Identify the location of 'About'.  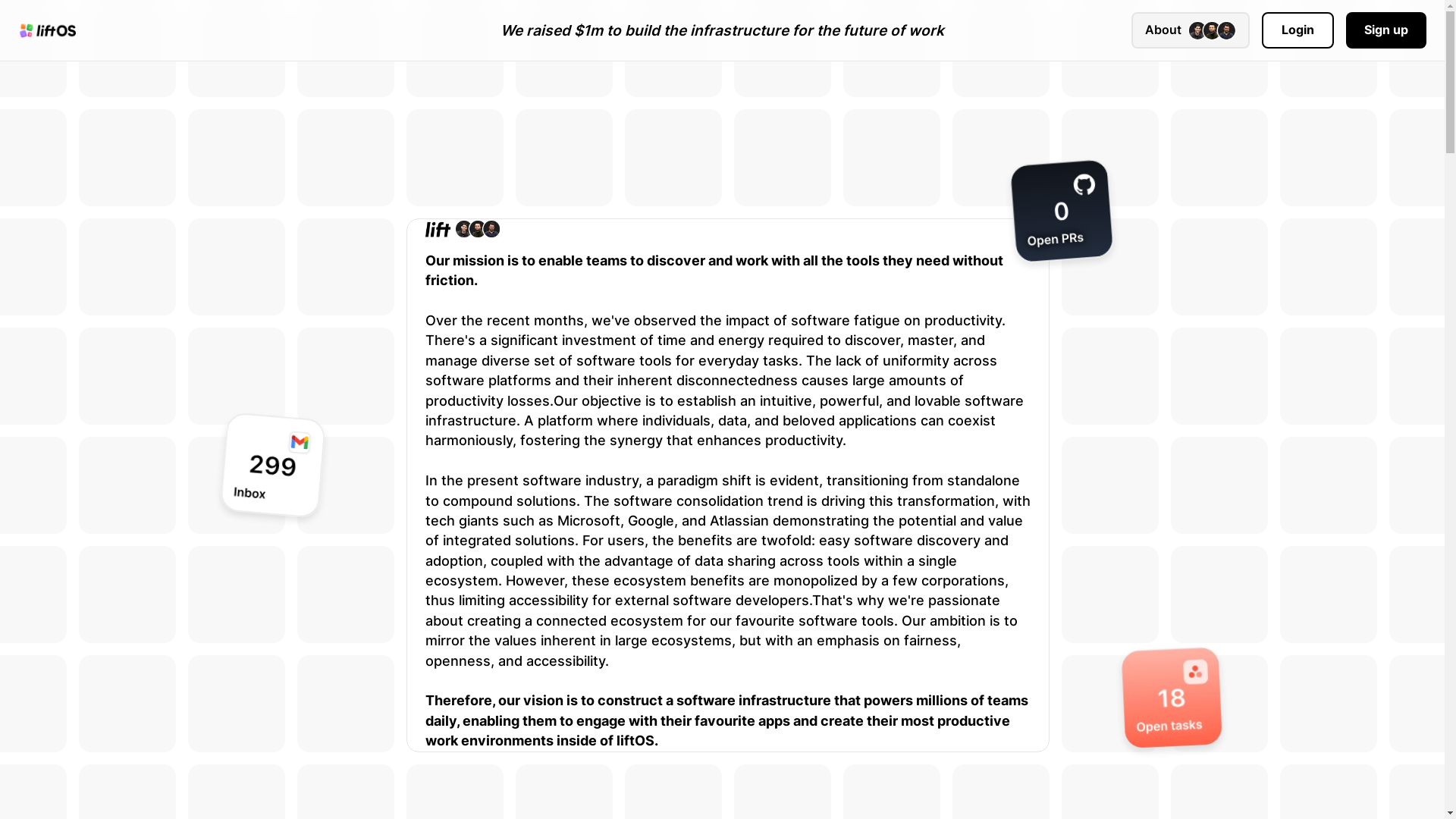
(1189, 30).